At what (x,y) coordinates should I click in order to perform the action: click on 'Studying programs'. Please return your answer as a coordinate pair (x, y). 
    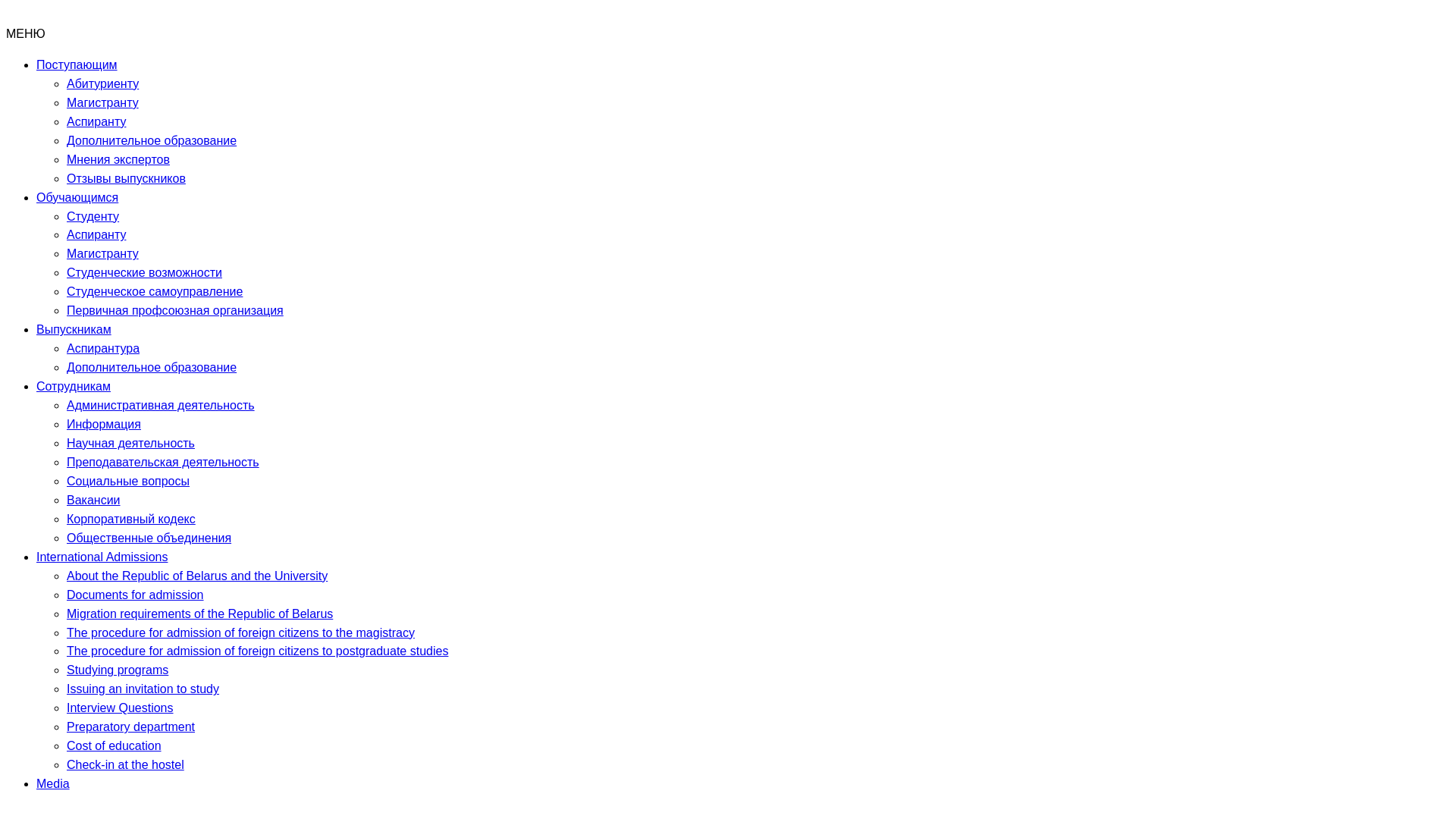
    Looking at the image, I should click on (116, 669).